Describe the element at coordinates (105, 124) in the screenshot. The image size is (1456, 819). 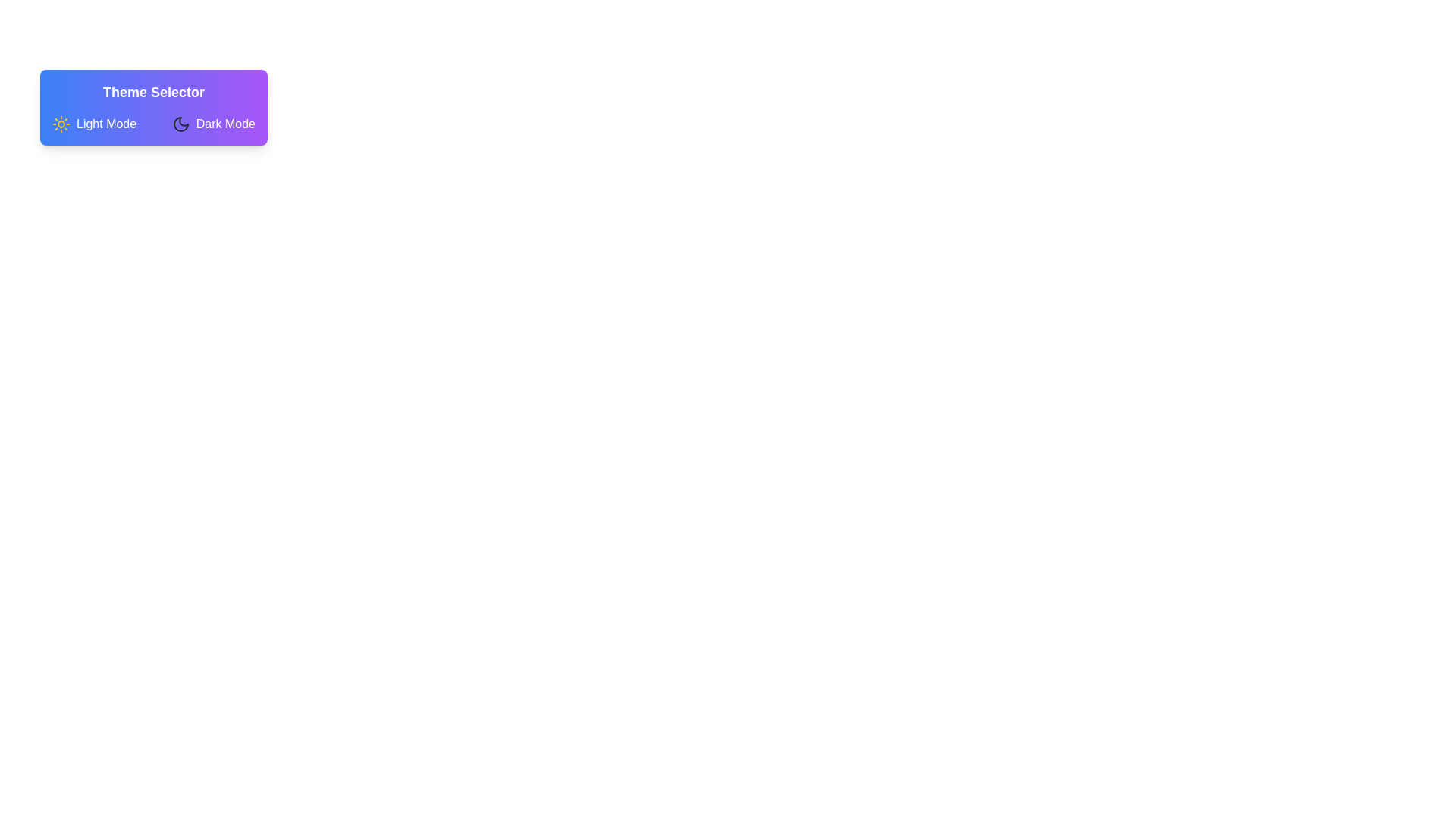
I see `the 'Light Mode' label, which indicates the current or selectable theme mode for the user interface, located in the top-left section of the interface` at that location.